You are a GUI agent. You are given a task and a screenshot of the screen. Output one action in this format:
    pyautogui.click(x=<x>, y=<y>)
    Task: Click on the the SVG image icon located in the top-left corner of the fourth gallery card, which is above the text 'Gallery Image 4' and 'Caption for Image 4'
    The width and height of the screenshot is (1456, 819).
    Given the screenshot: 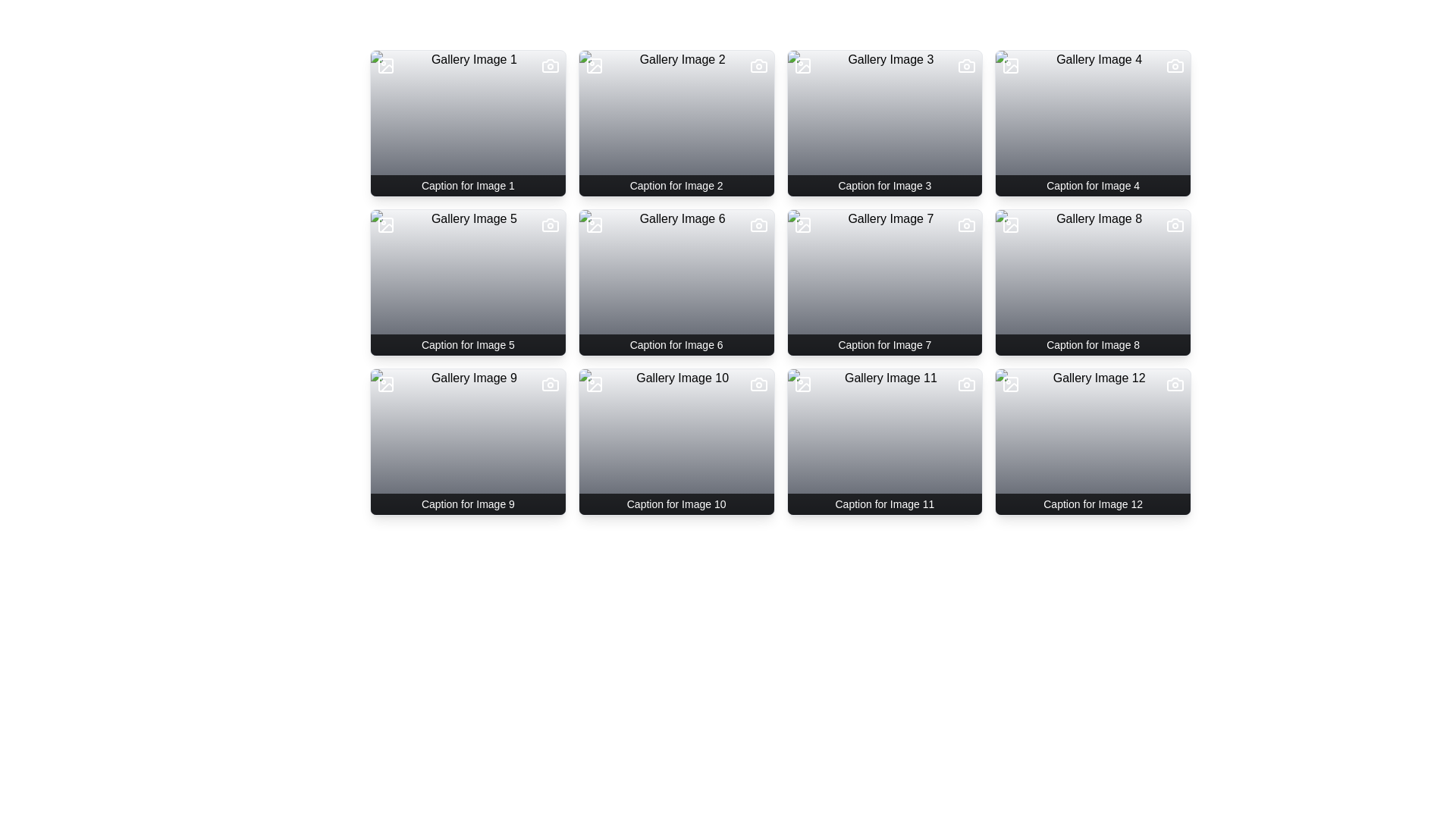 What is the action you would take?
    pyautogui.click(x=1011, y=65)
    